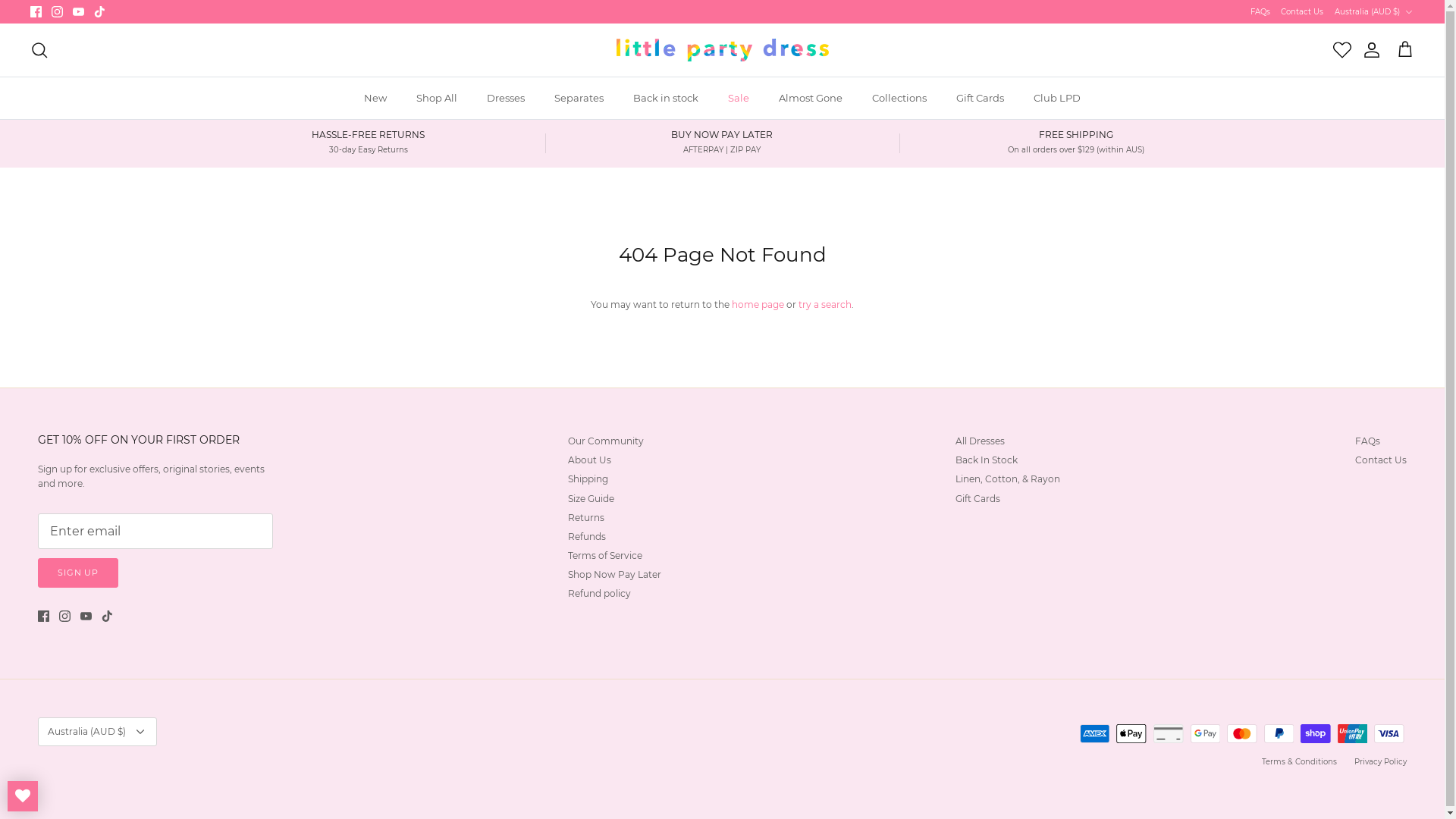 Image resolution: width=1456 pixels, height=819 pixels. What do you see at coordinates (436, 99) in the screenshot?
I see `'Shop All'` at bounding box center [436, 99].